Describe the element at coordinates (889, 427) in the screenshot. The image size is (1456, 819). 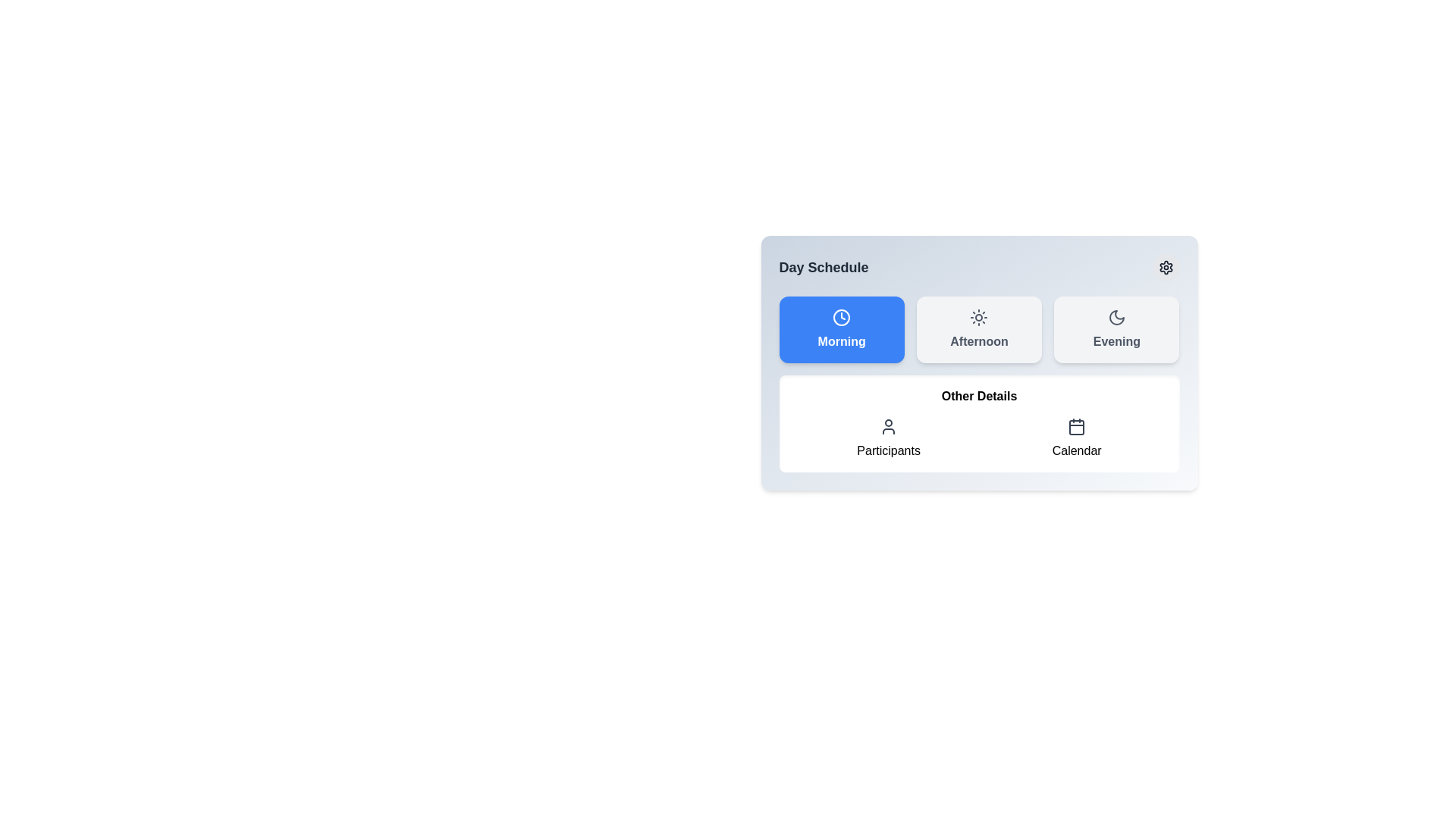
I see `the SVG icon representing a user or participant, which is` at that location.